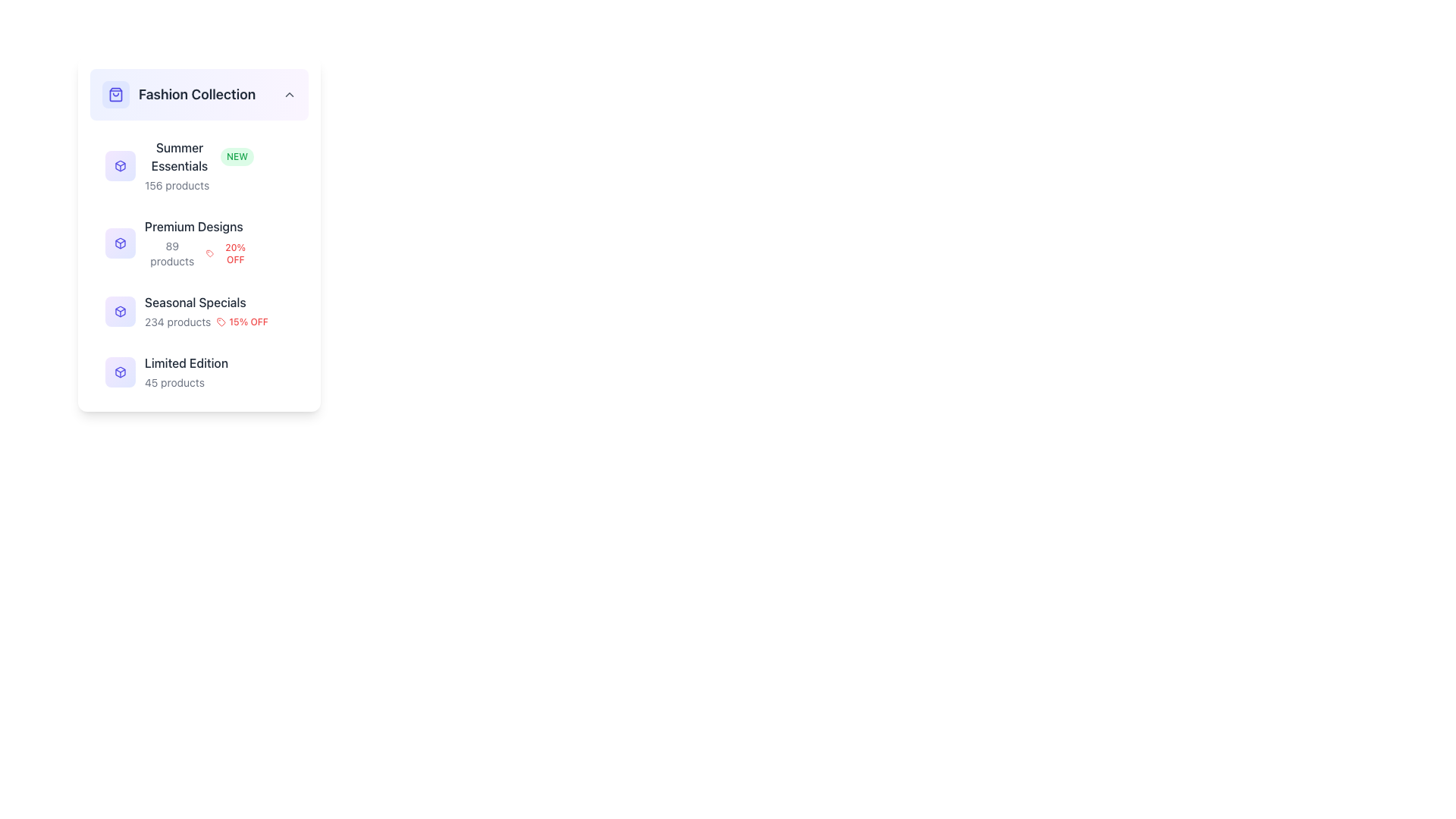 The image size is (1456, 819). Describe the element at coordinates (199, 253) in the screenshot. I see `informational text block displaying '89 products' and '20% OFF' located under the 'Premium Designs' section` at that location.